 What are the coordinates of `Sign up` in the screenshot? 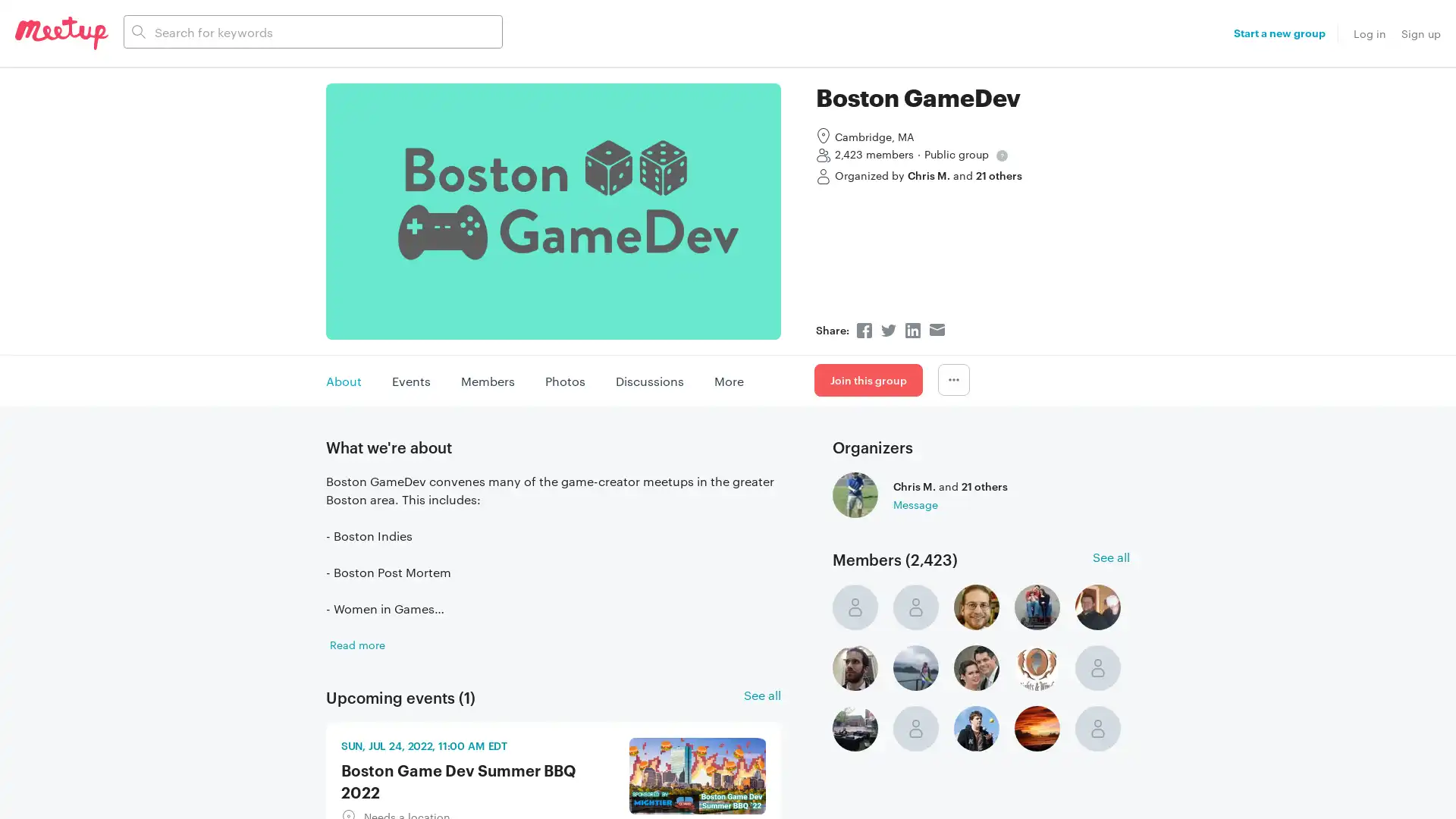 It's located at (1420, 33).